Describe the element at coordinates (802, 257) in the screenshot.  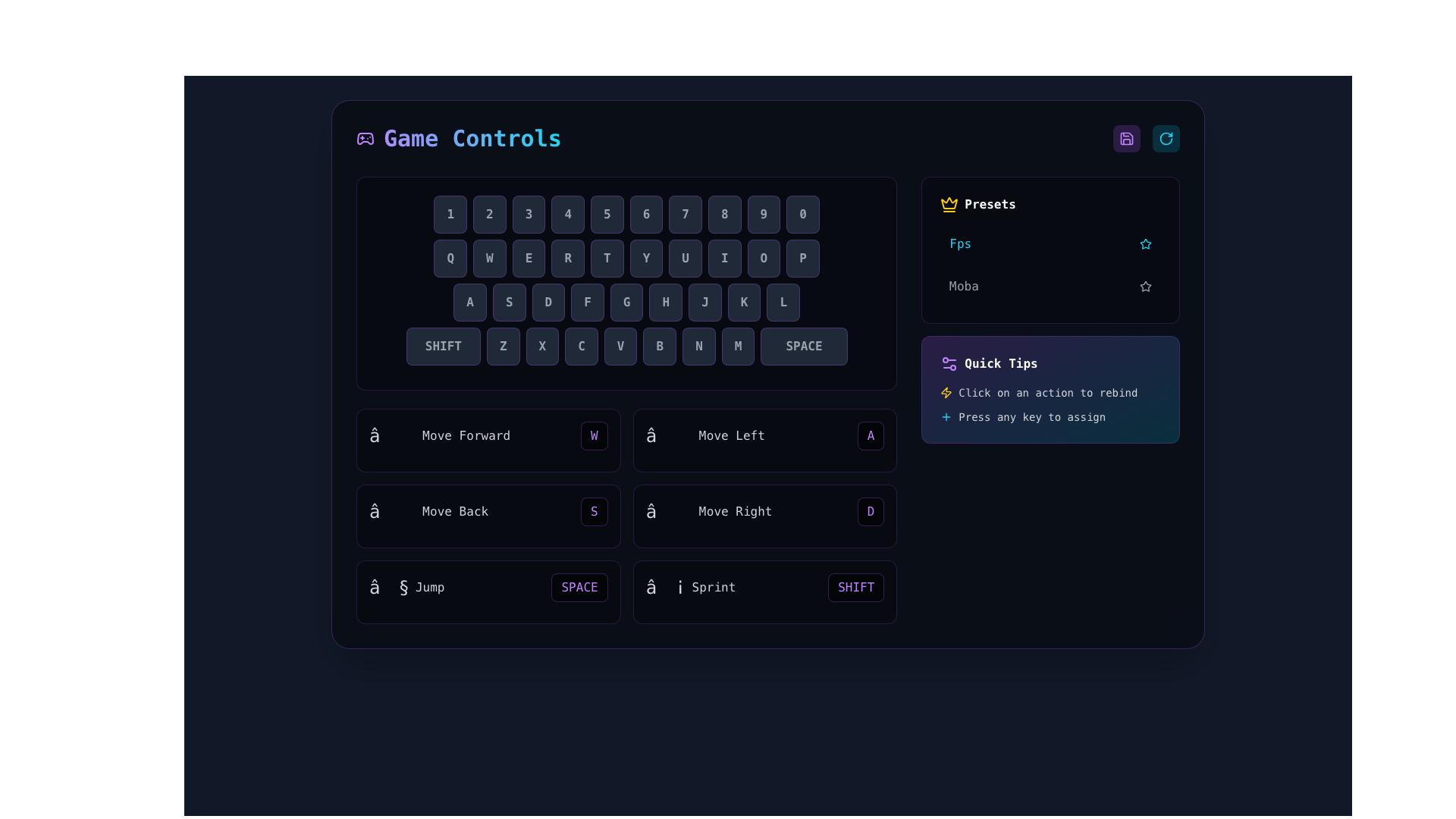
I see `the 'P' key button on the digital keyboard layout, which is located at the last position of the topmost row, to simulate a key press` at that location.